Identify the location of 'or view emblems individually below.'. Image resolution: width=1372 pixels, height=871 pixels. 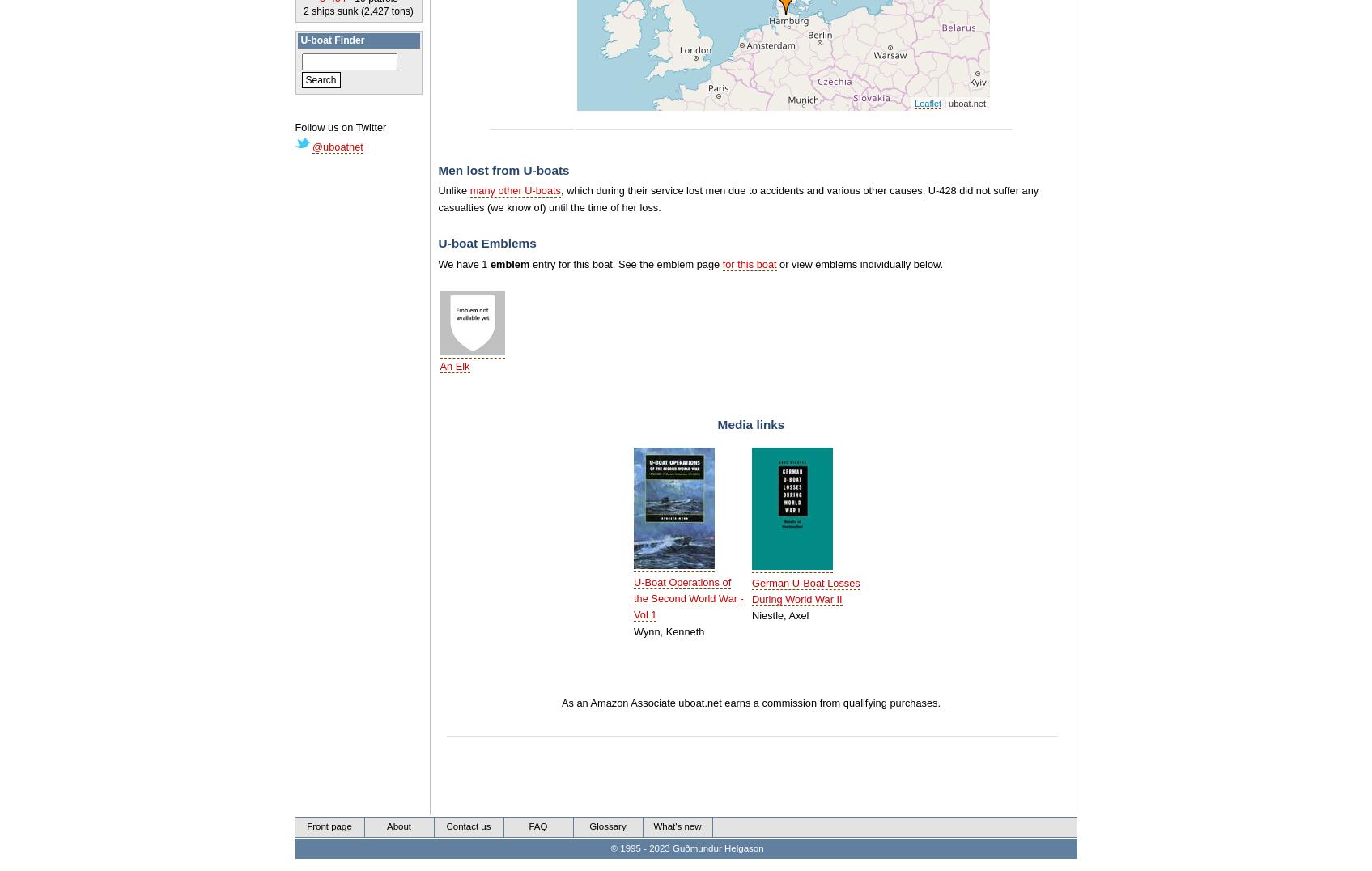
(776, 263).